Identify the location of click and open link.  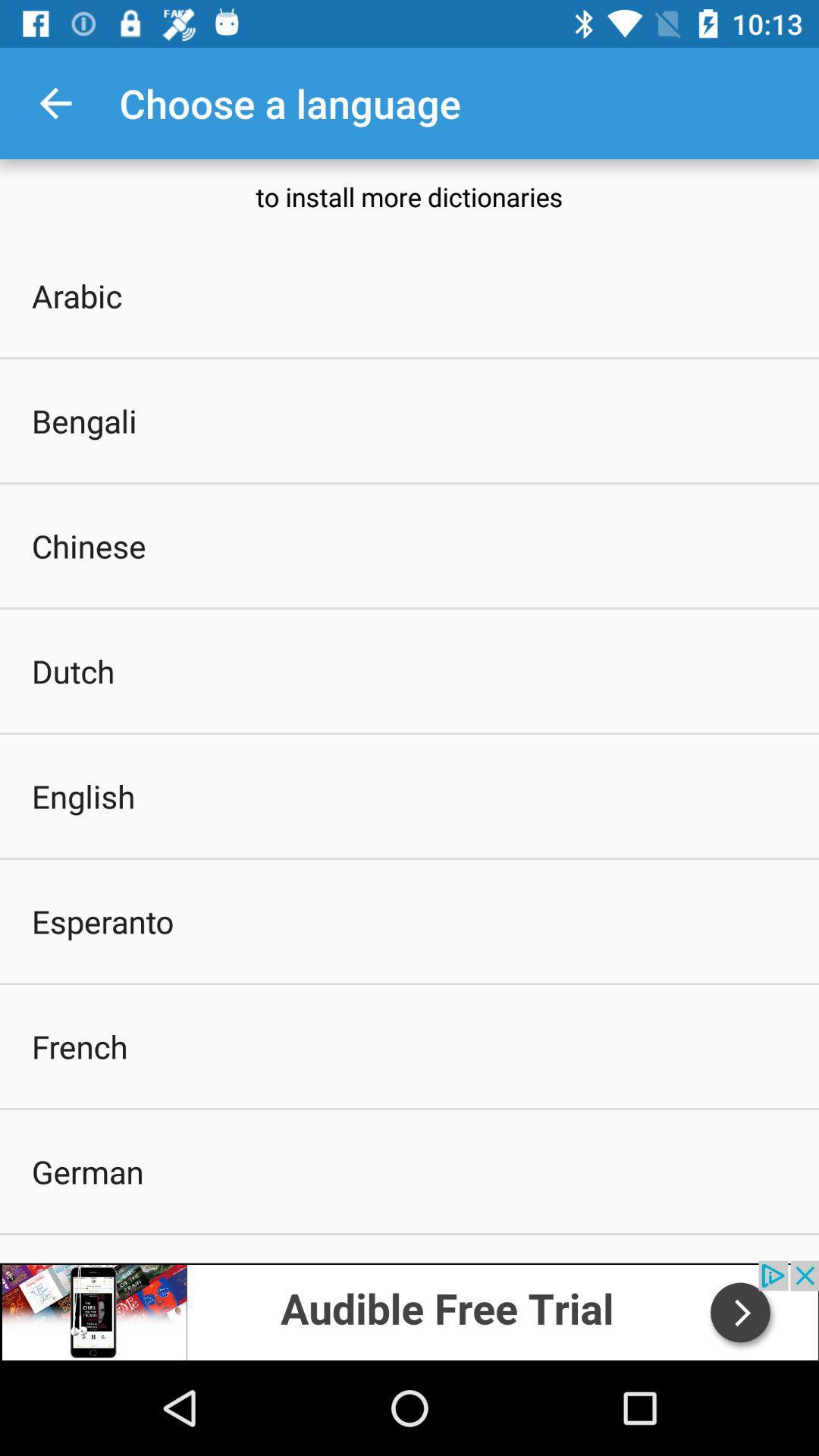
(409, 1310).